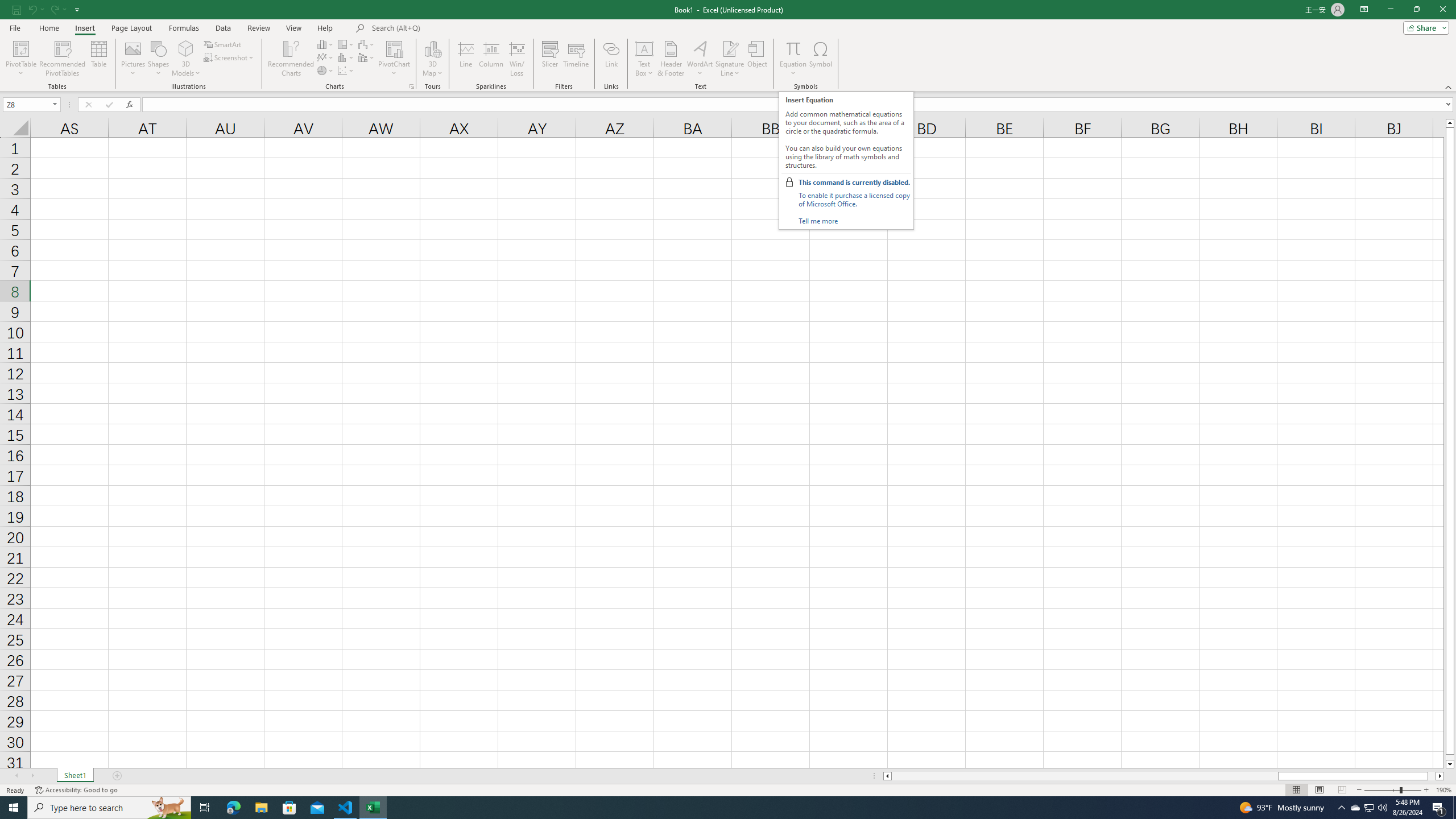 The image size is (1456, 819). Describe the element at coordinates (491, 59) in the screenshot. I see `'Column'` at that location.